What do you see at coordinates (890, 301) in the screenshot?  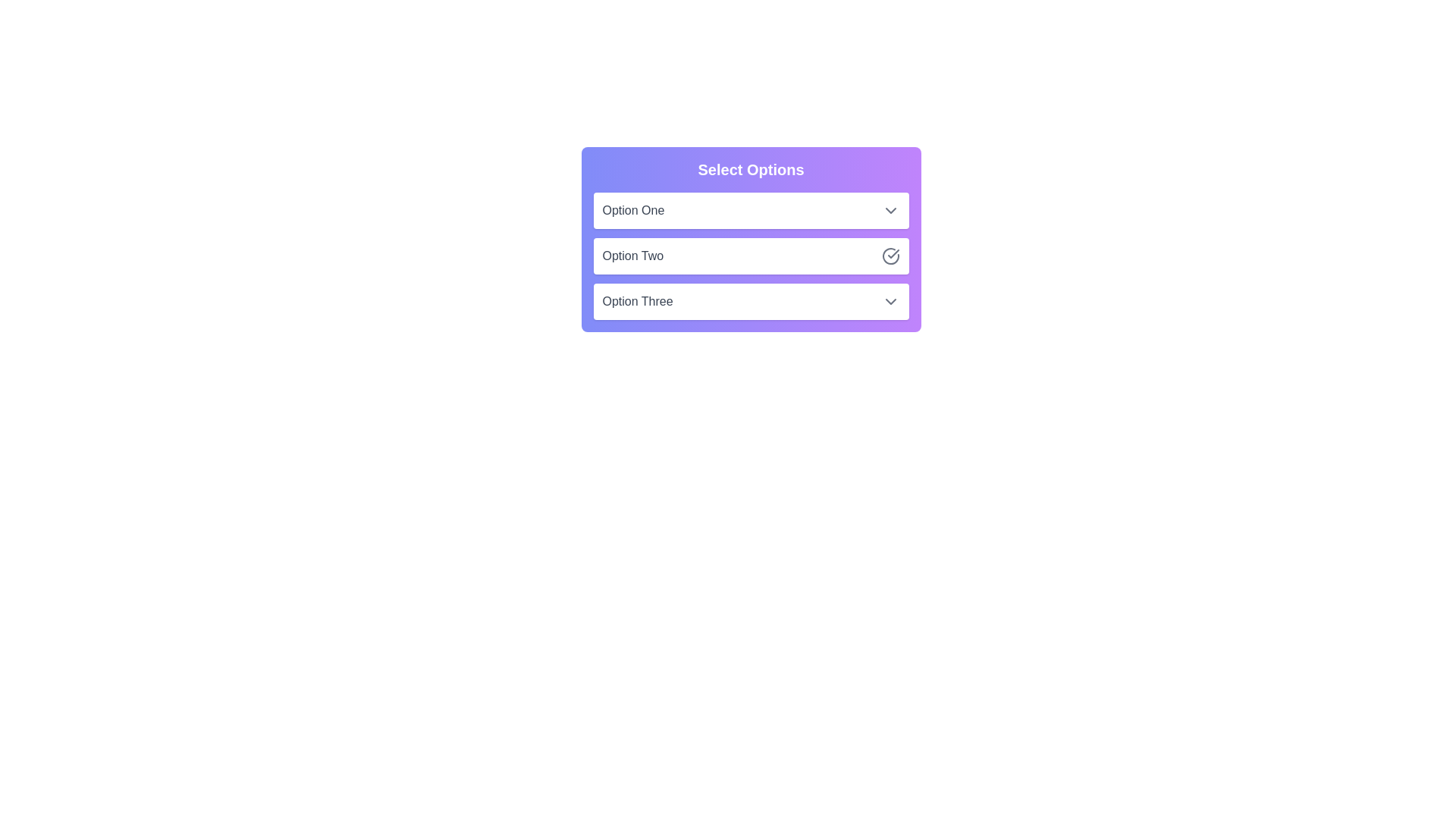 I see `toggle button for Option Three to toggle its selection state` at bounding box center [890, 301].